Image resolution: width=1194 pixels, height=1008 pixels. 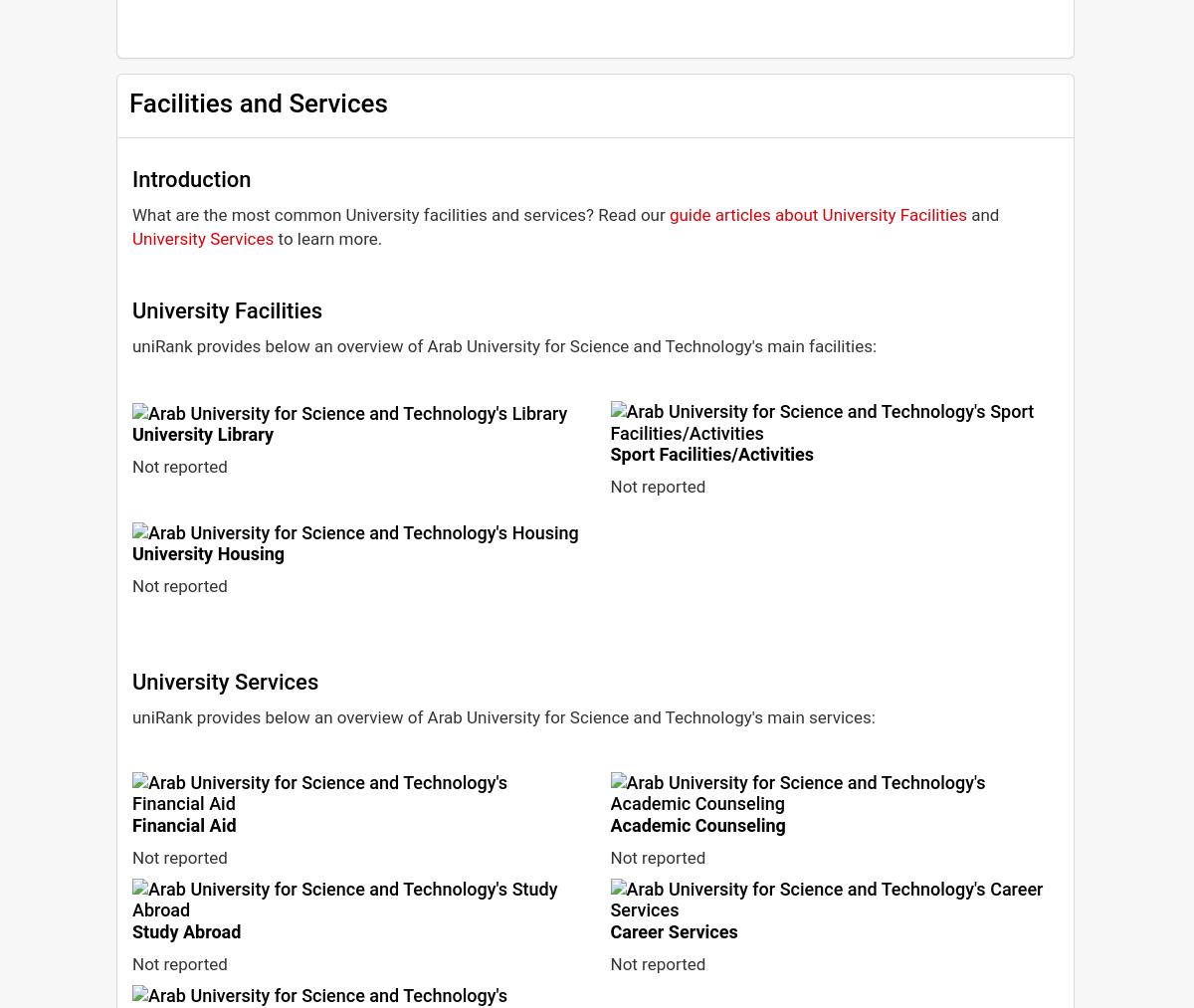 What do you see at coordinates (503, 345) in the screenshot?
I see `'uniRank provides below an overview of Arab University for Science and Technology's main facilities:'` at bounding box center [503, 345].